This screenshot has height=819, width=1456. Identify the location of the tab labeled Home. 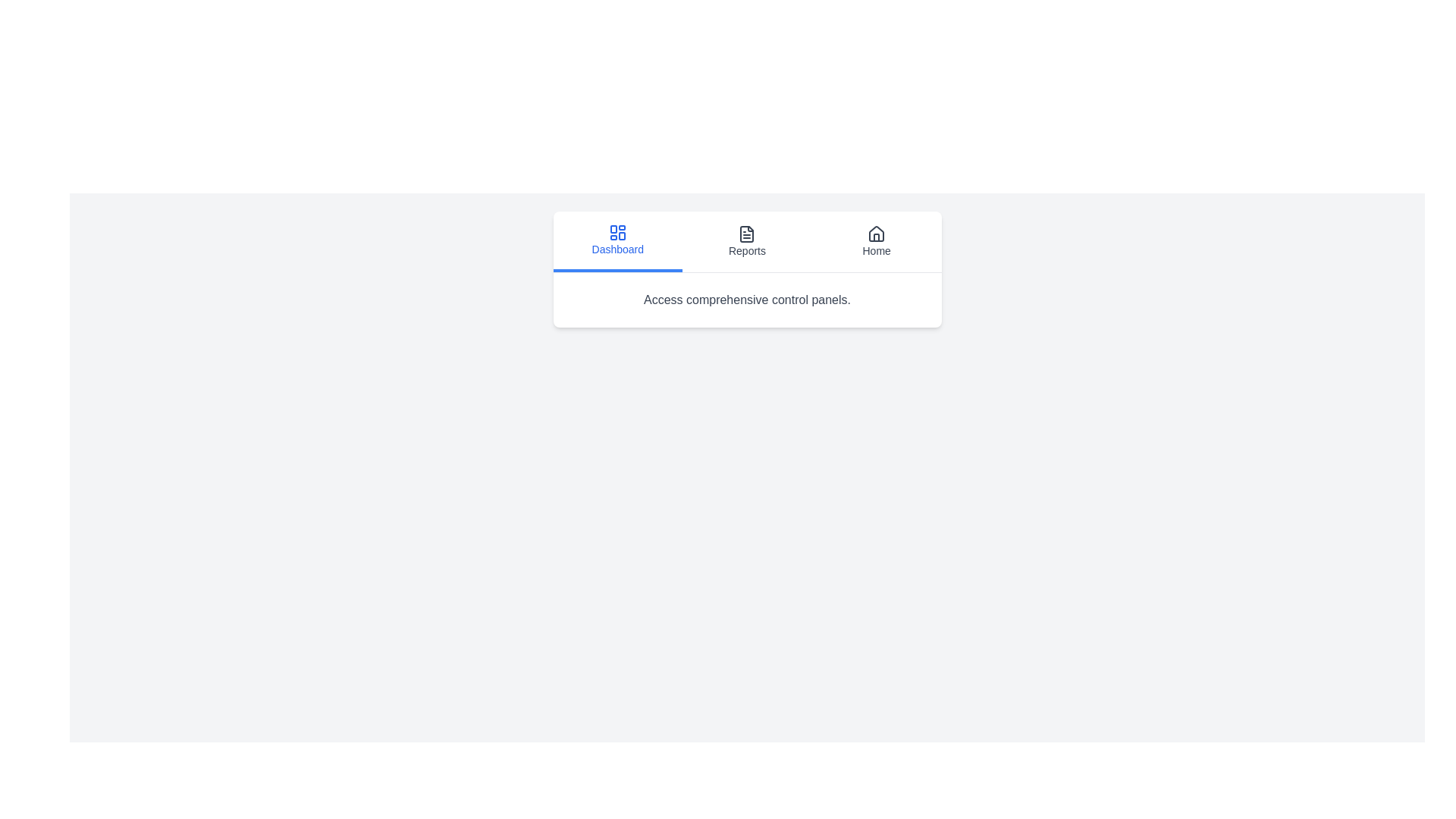
(877, 241).